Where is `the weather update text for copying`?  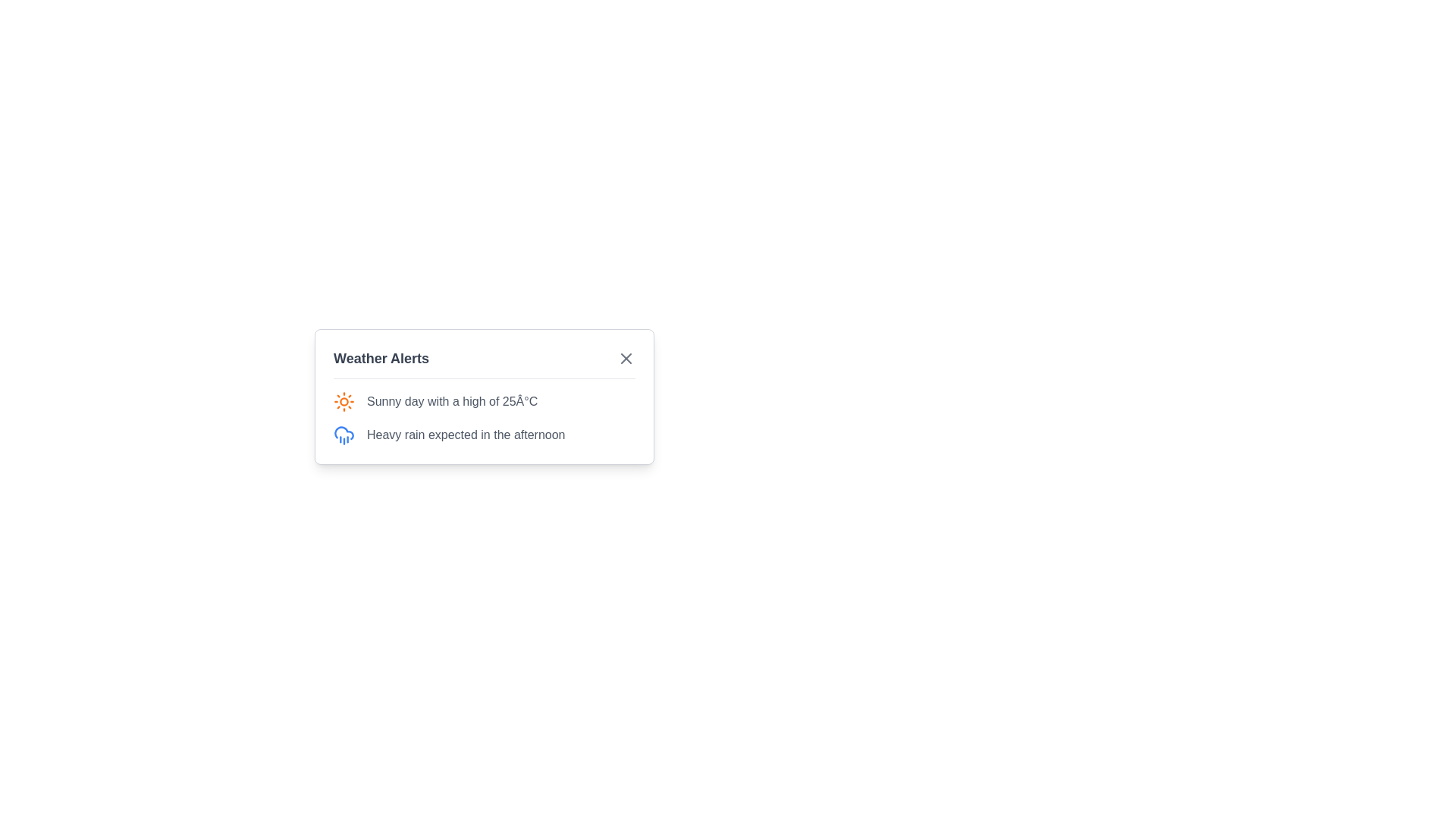 the weather update text for copying is located at coordinates (333, 391).